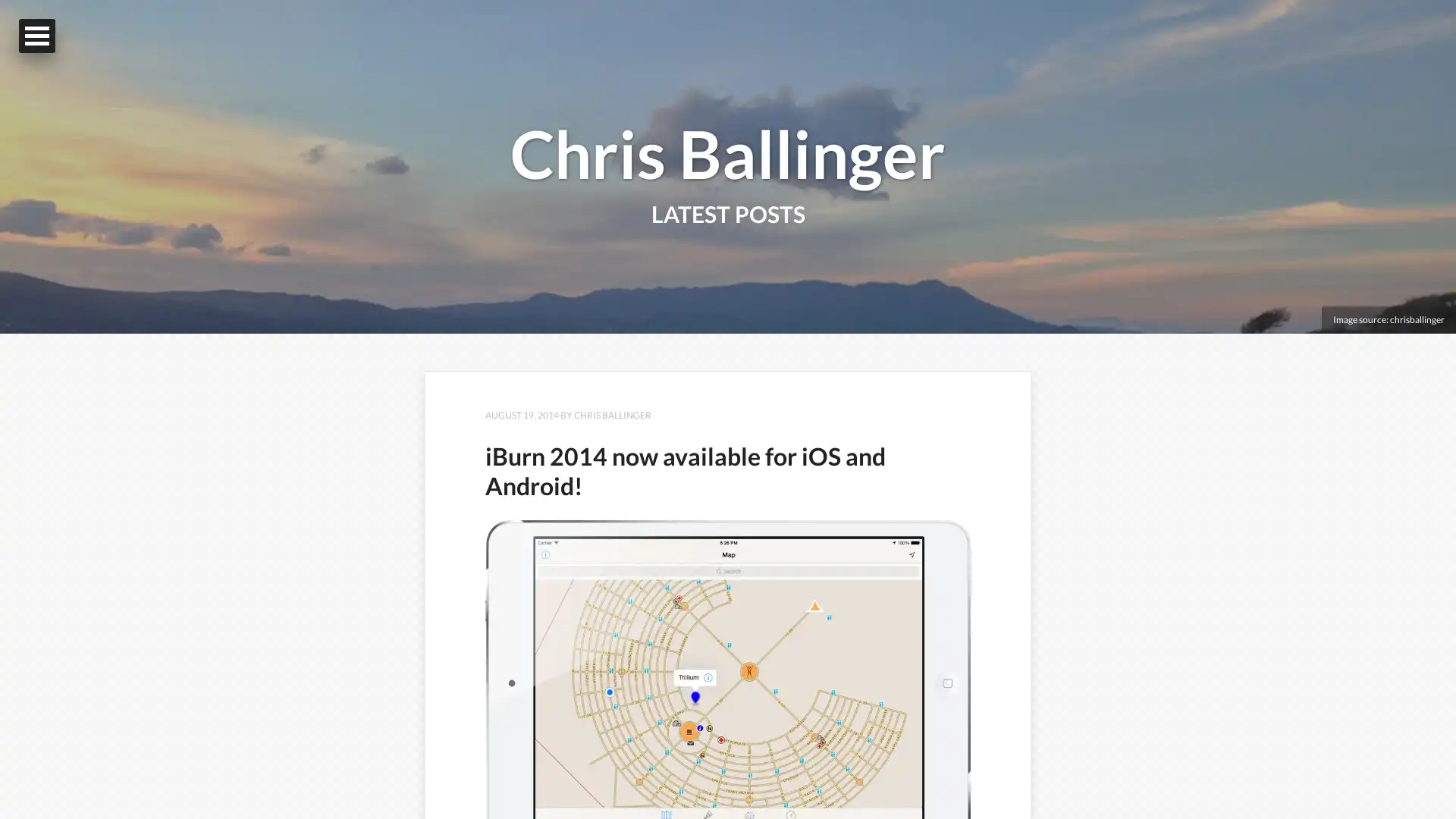 This screenshot has width=1456, height=819. Describe the element at coordinates (36, 35) in the screenshot. I see `Open Menu` at that location.